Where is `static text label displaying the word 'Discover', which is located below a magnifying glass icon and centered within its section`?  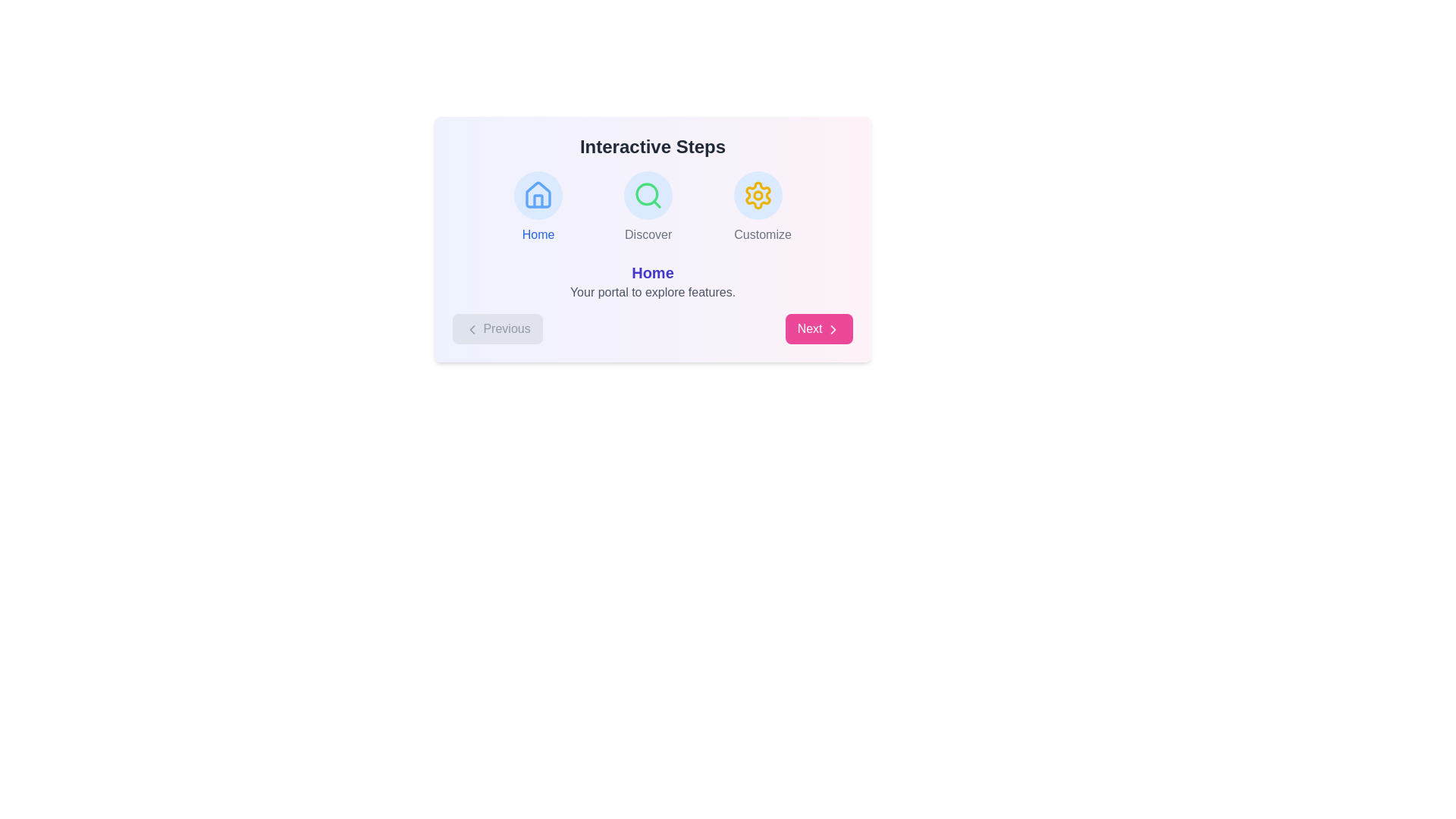
static text label displaying the word 'Discover', which is located below a magnifying glass icon and centered within its section is located at coordinates (648, 234).